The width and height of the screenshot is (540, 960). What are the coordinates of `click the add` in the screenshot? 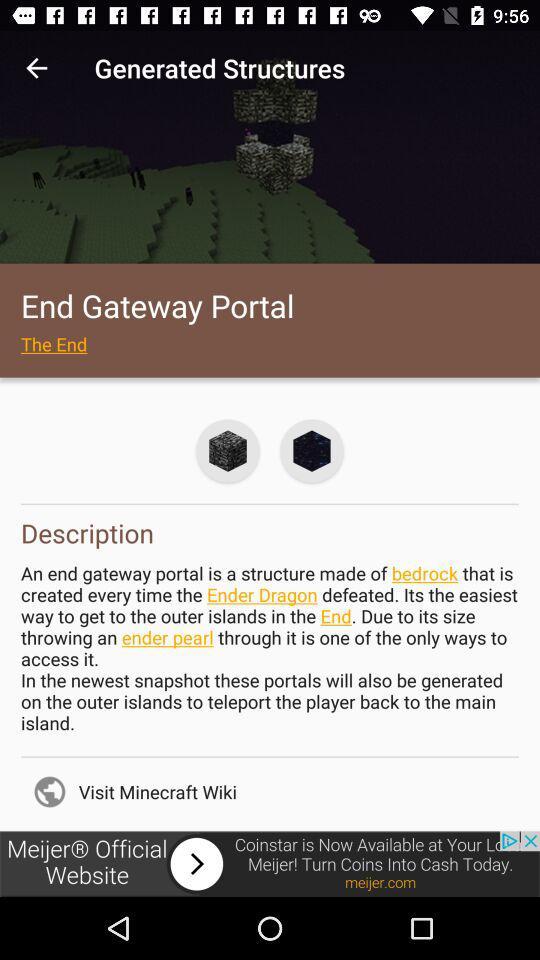 It's located at (270, 863).